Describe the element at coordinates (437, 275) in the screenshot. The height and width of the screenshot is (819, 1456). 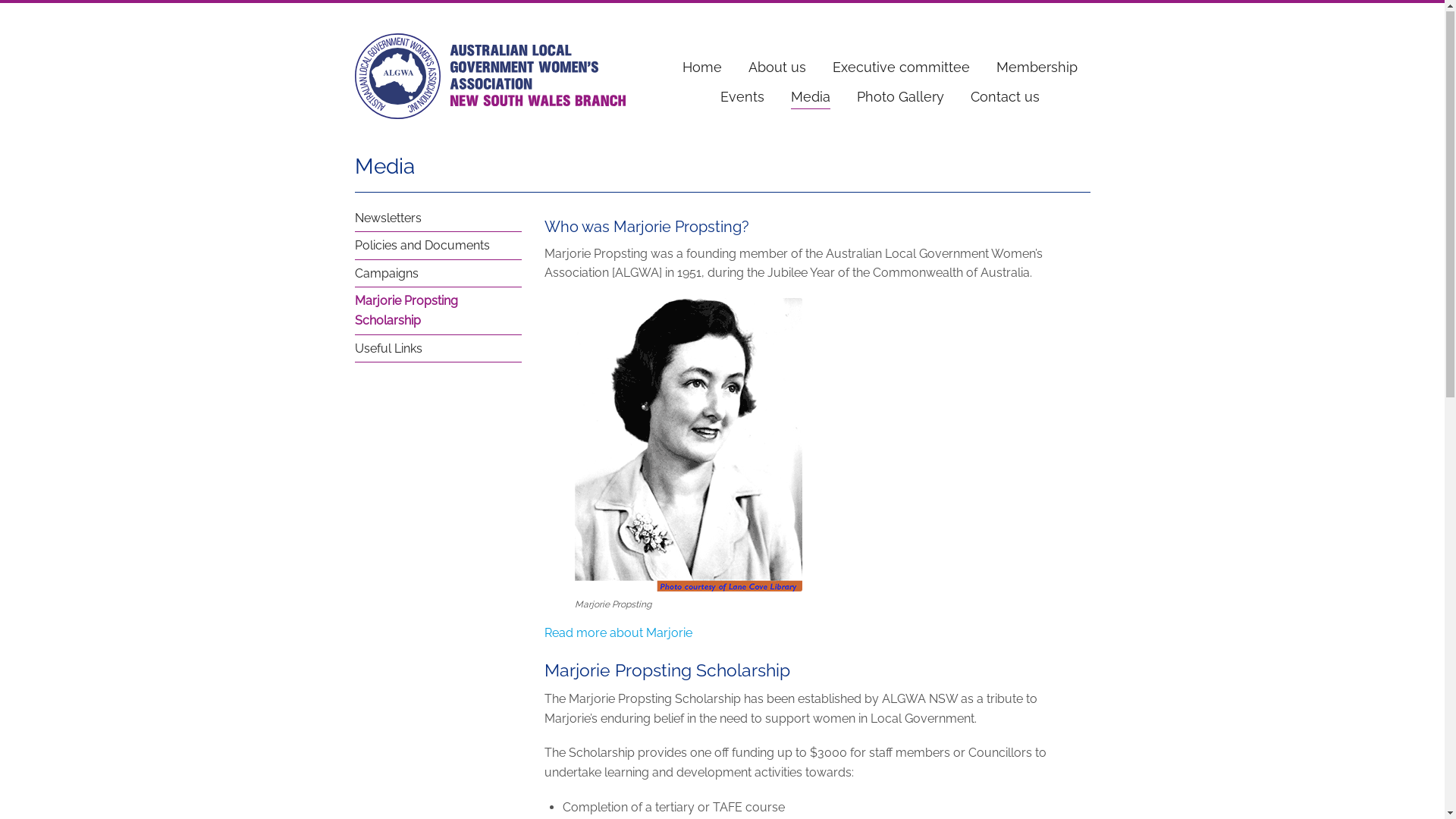
I see `'Campaigns'` at that location.